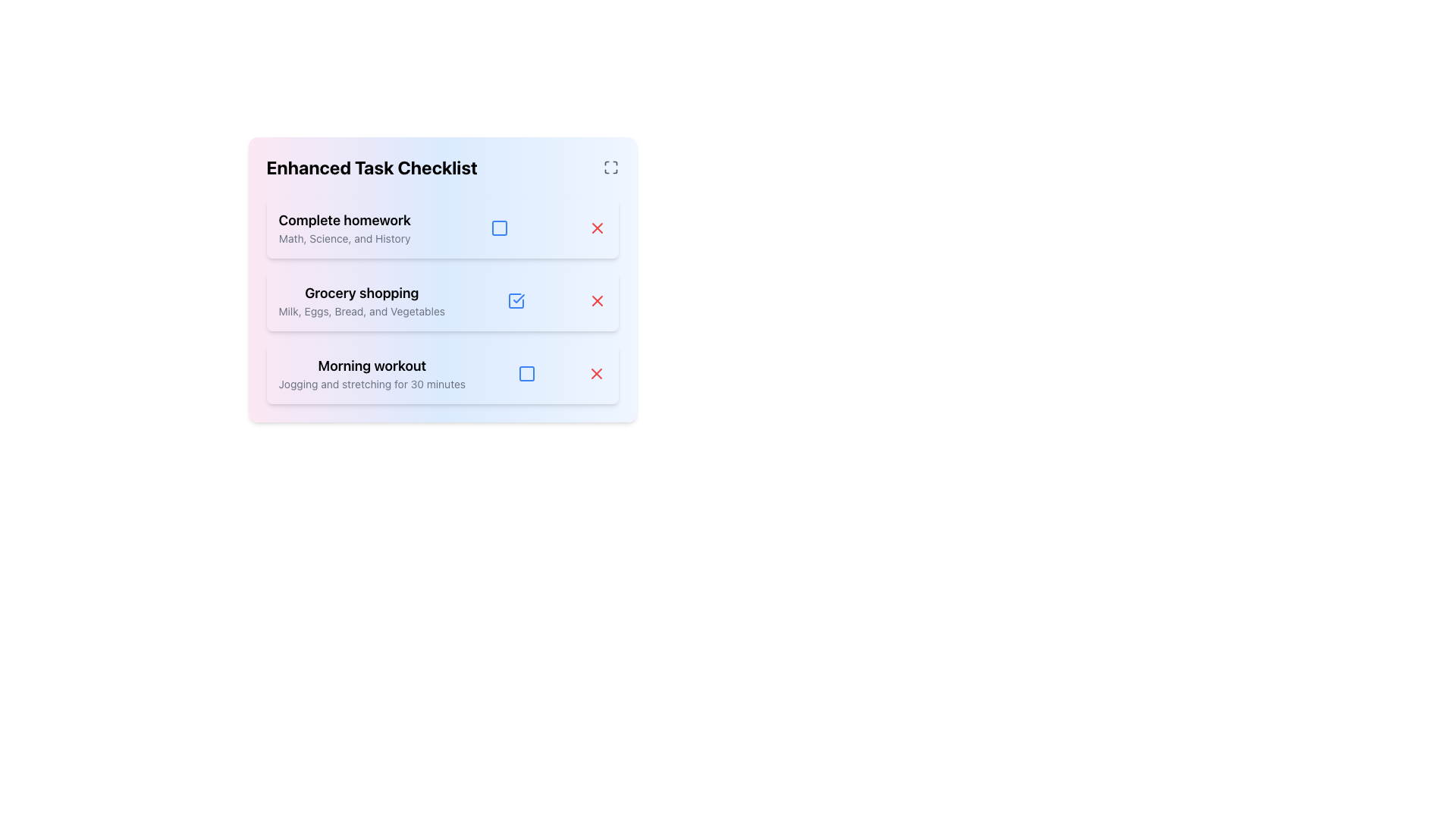  I want to click on the first checkbox in the checklist next to the text 'Complete homework' to mark the task as complete, so click(499, 227).